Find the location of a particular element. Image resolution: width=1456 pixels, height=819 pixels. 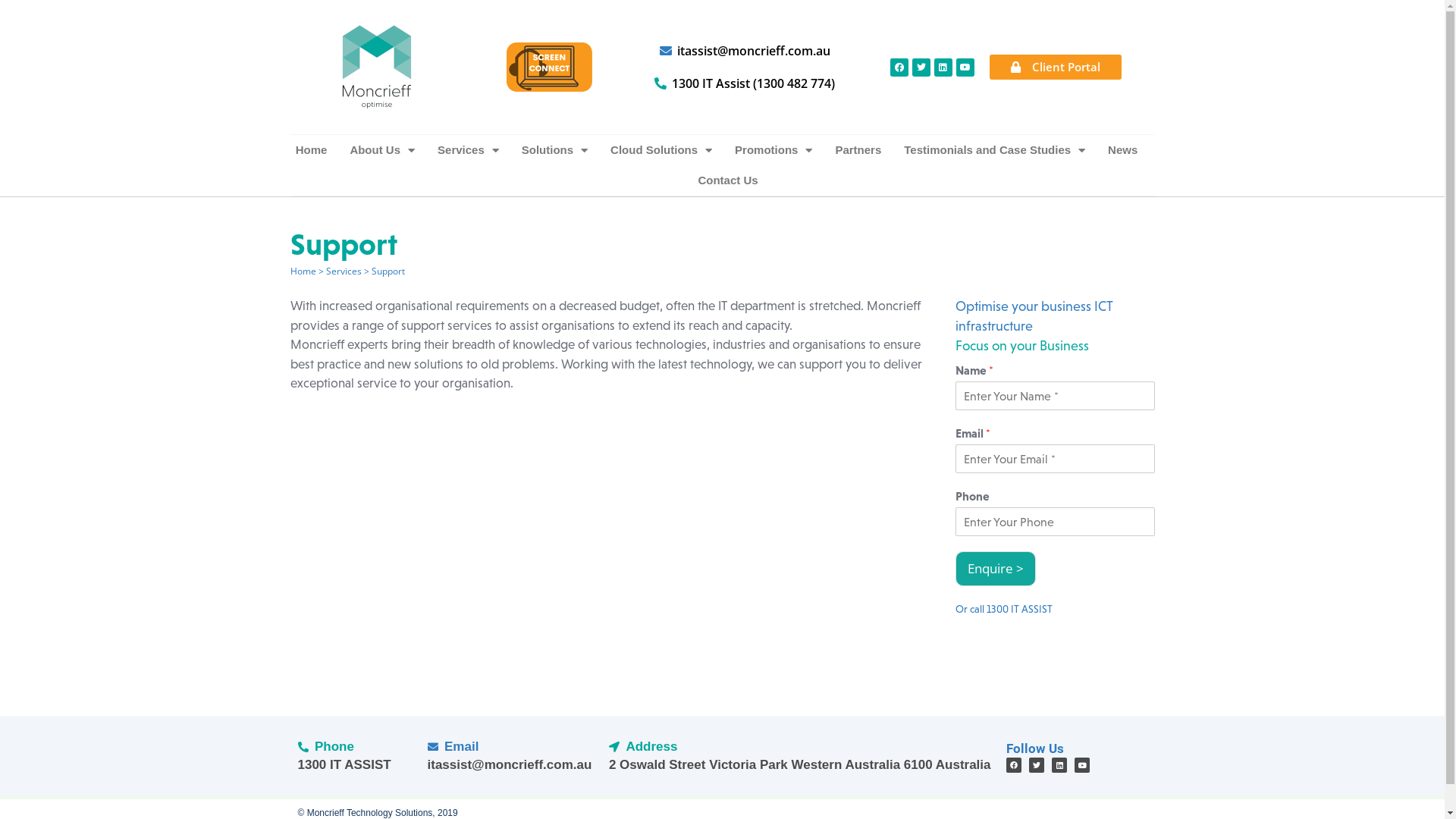

'1300 IT ASSIST' is located at coordinates (353, 765).